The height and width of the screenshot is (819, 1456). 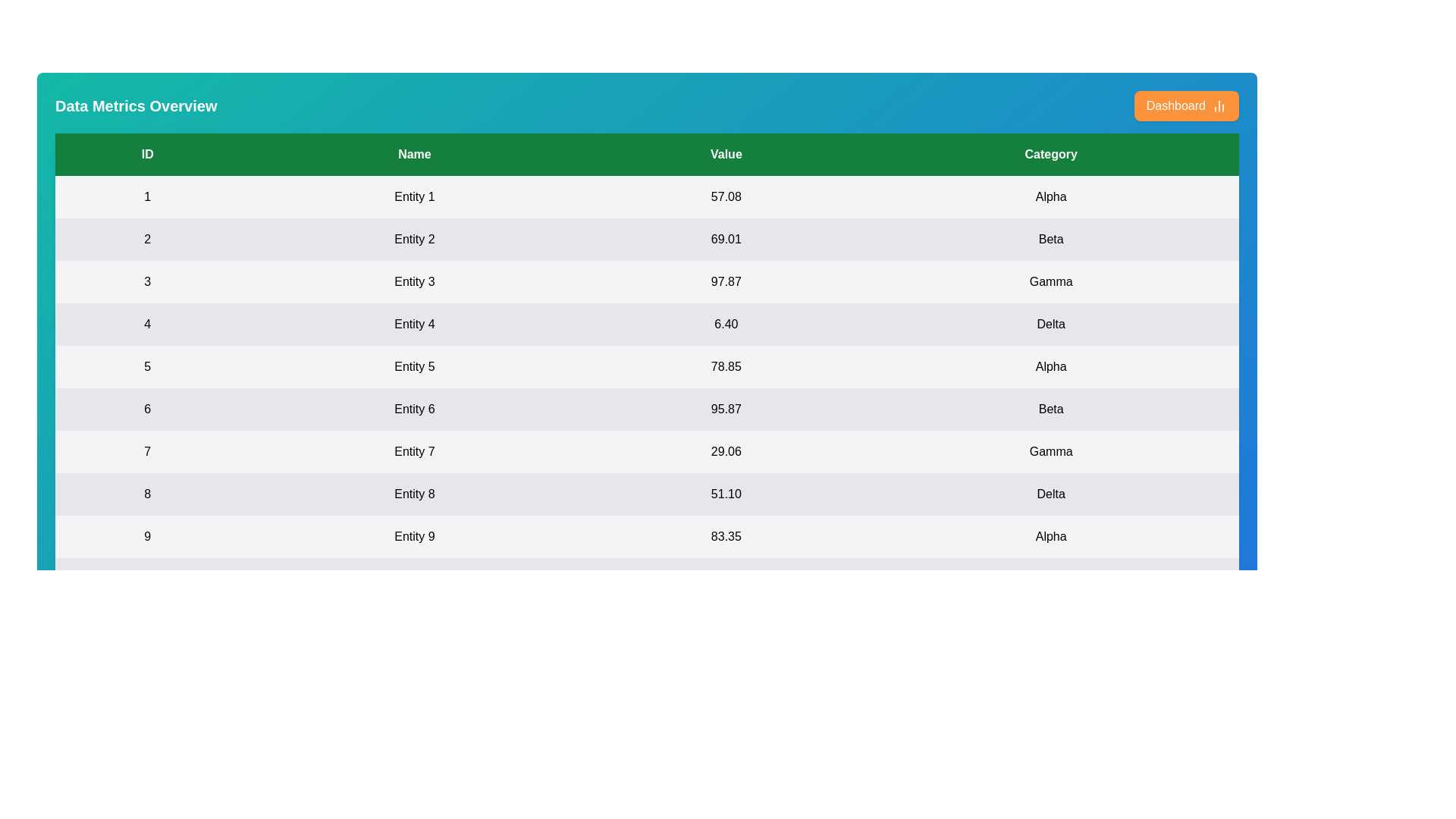 What do you see at coordinates (647, 324) in the screenshot?
I see `the row corresponding to 4` at bounding box center [647, 324].